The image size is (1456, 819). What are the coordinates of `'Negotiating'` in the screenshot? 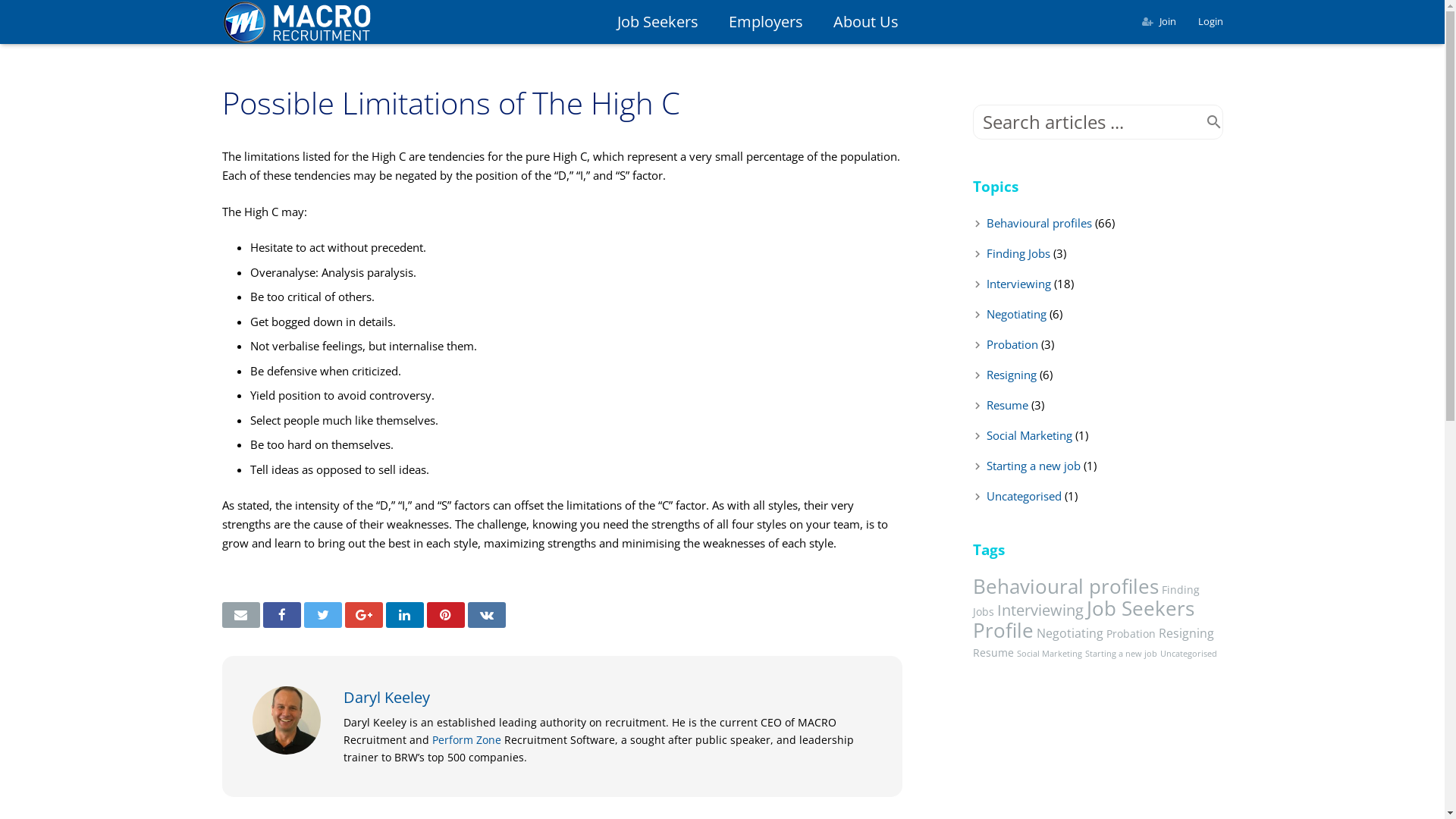 It's located at (1015, 312).